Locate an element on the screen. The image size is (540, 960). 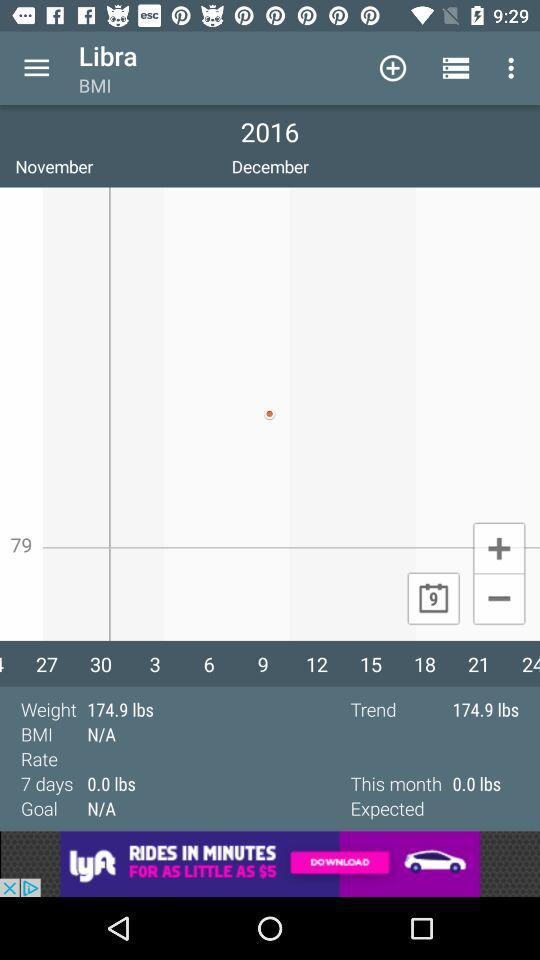
zoom out is located at coordinates (498, 600).